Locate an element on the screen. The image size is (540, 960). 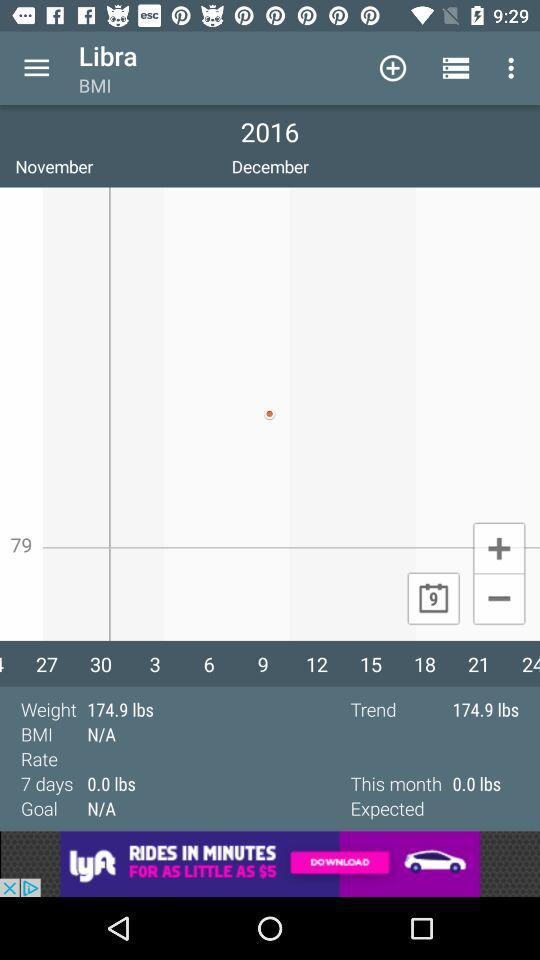
zoom out is located at coordinates (498, 600).